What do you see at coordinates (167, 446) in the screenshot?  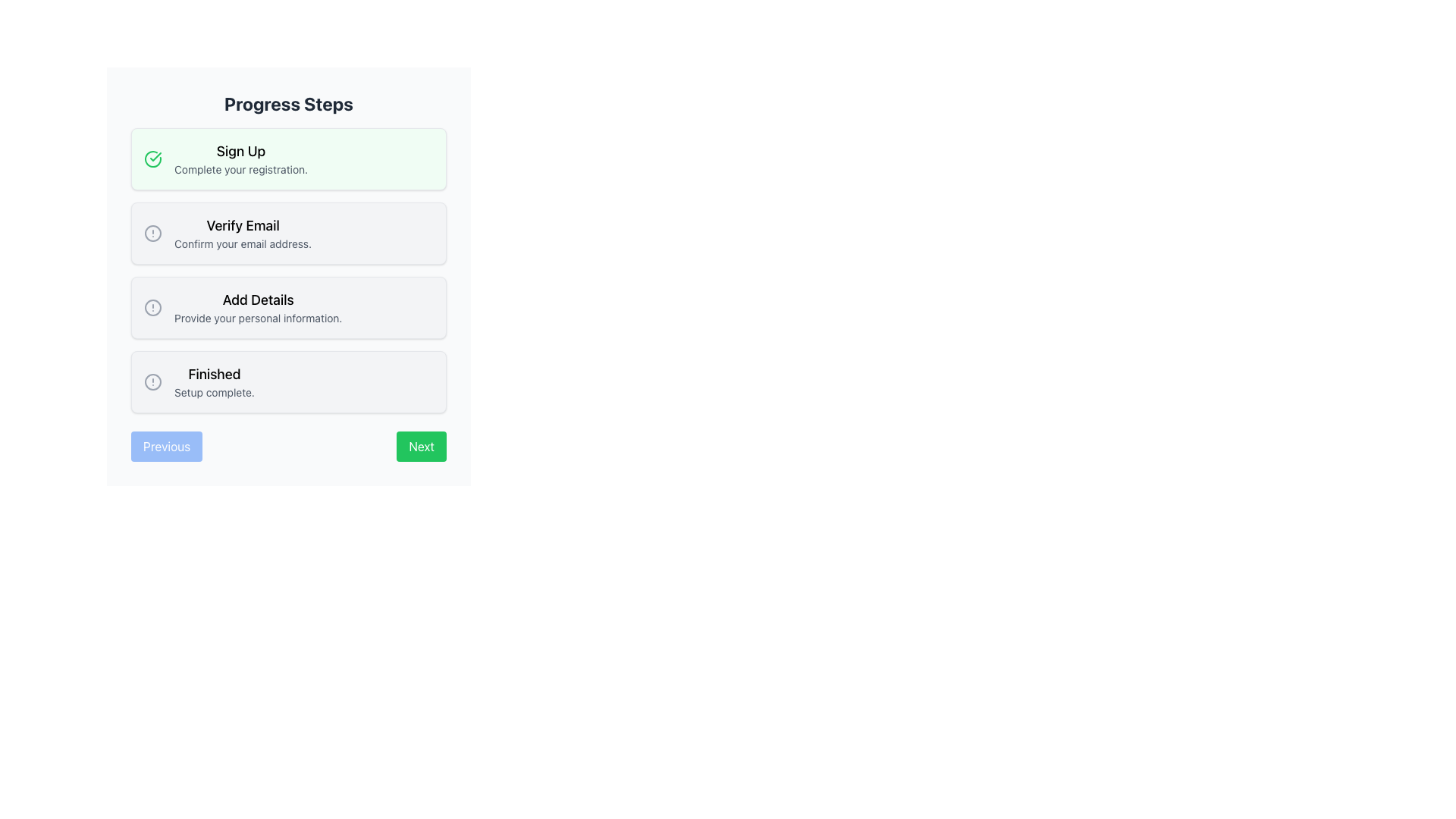 I see `the 'Previous' button with a light blue background and rounded border` at bounding box center [167, 446].